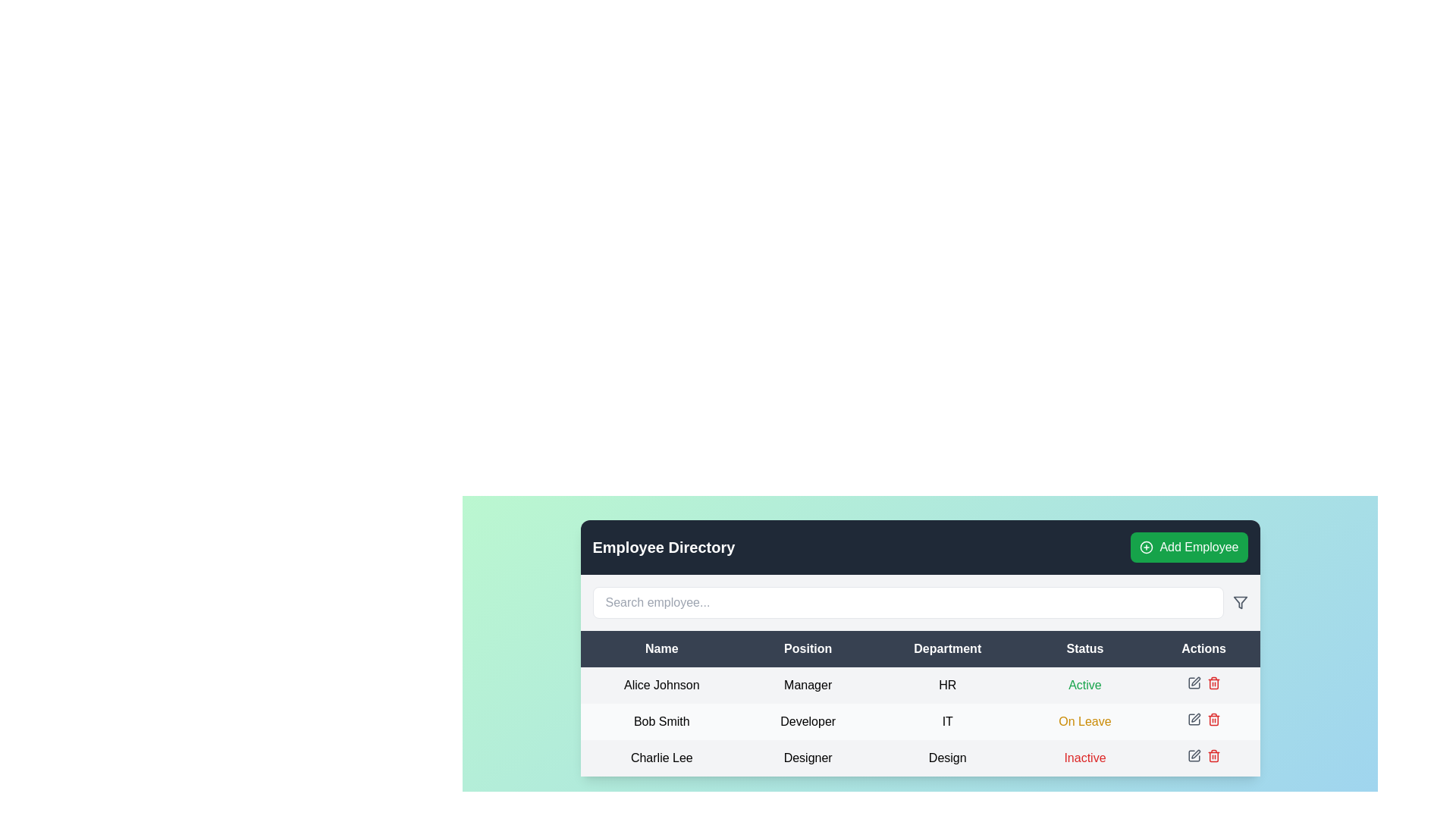 Image resolution: width=1456 pixels, height=819 pixels. I want to click on the 'Status' text label, which is styled with a dark background and white text, located in the header row of a table-like UI, so click(1084, 648).